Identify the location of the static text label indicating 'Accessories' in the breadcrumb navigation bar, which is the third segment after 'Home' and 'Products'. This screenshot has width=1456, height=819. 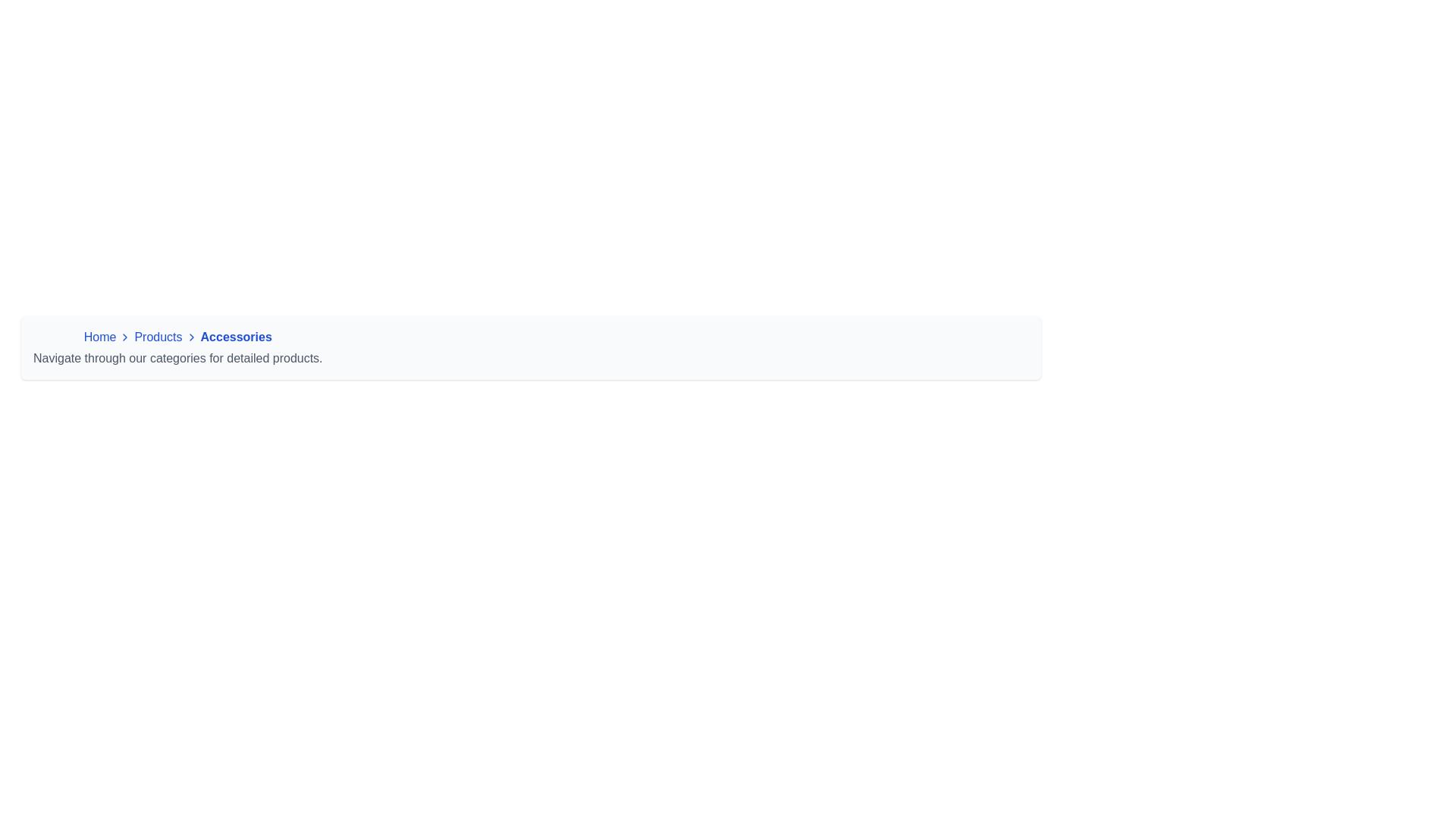
(235, 336).